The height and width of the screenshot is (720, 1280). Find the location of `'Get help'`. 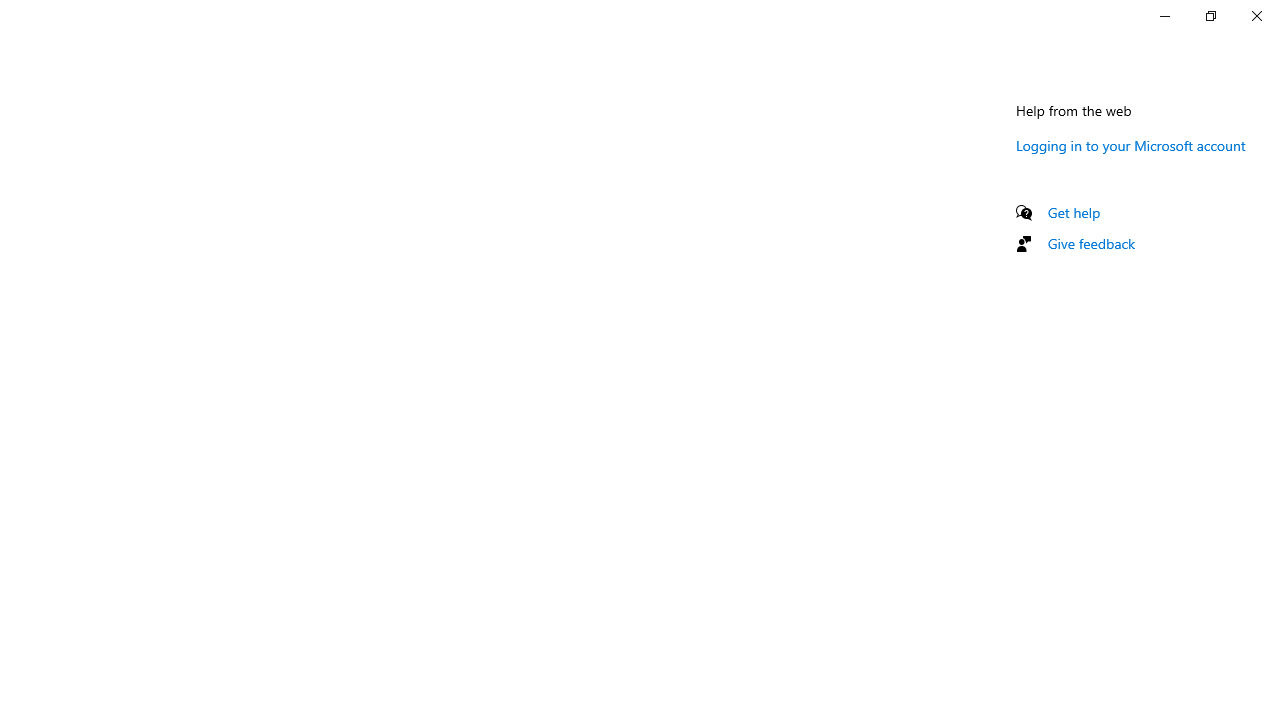

'Get help' is located at coordinates (1073, 212).